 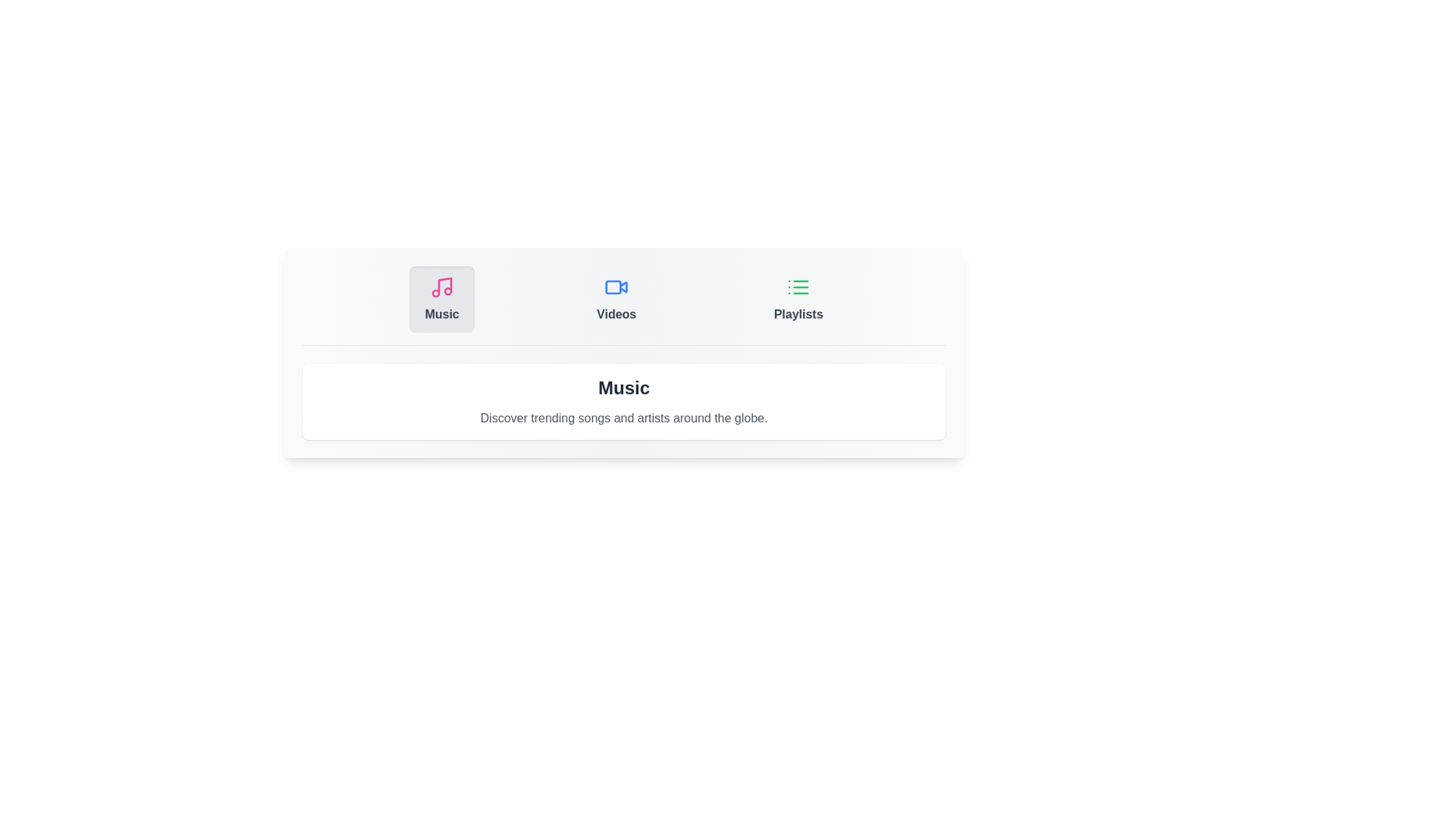 What do you see at coordinates (441, 299) in the screenshot?
I see `the Music tab to view its content` at bounding box center [441, 299].